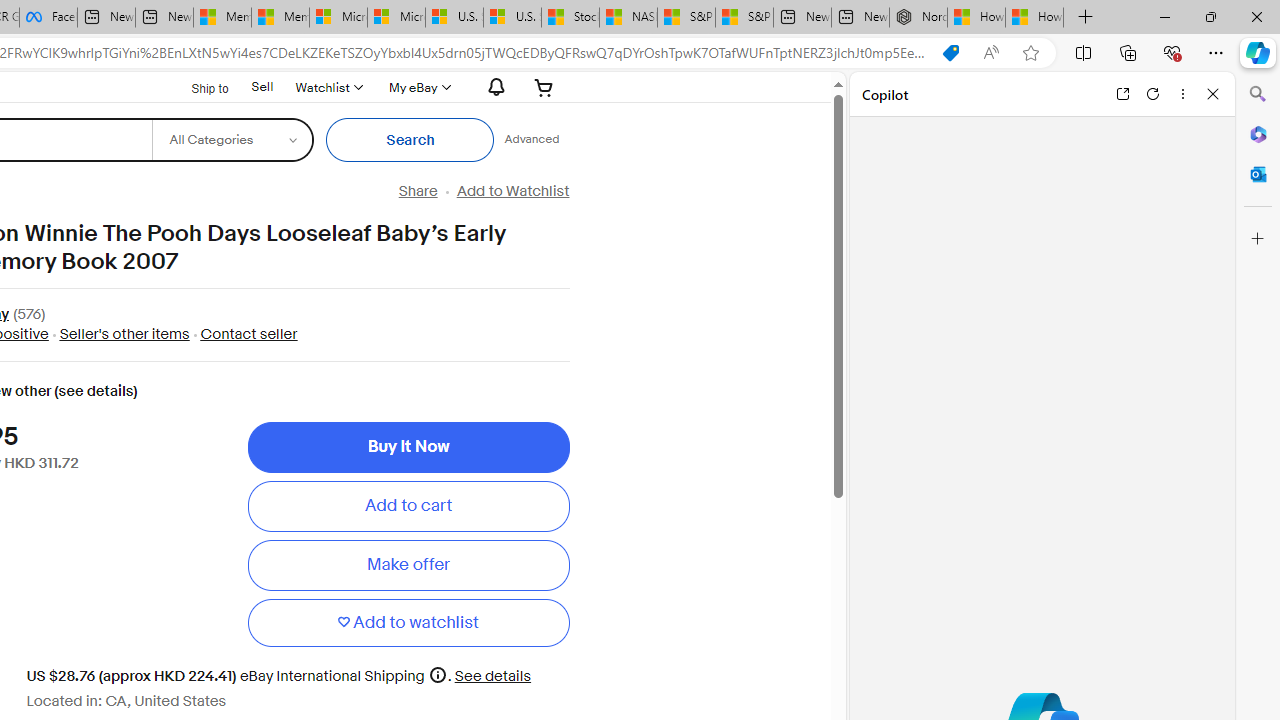 The width and height of the screenshot is (1280, 720). What do you see at coordinates (417, 86) in the screenshot?
I see `'My eBayExpand My eBay'` at bounding box center [417, 86].